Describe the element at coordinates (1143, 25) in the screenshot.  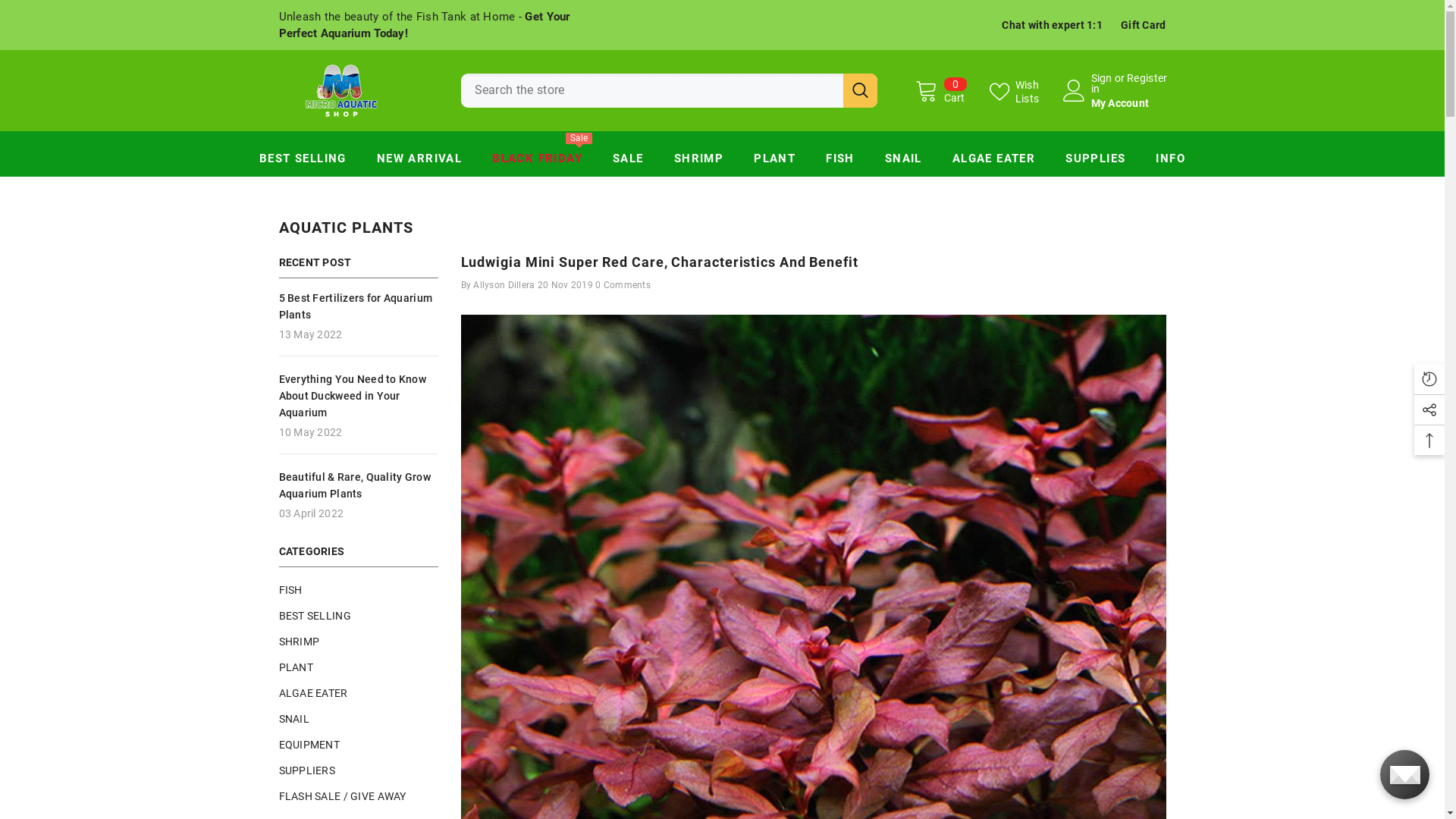
I see `'Gift Card'` at that location.